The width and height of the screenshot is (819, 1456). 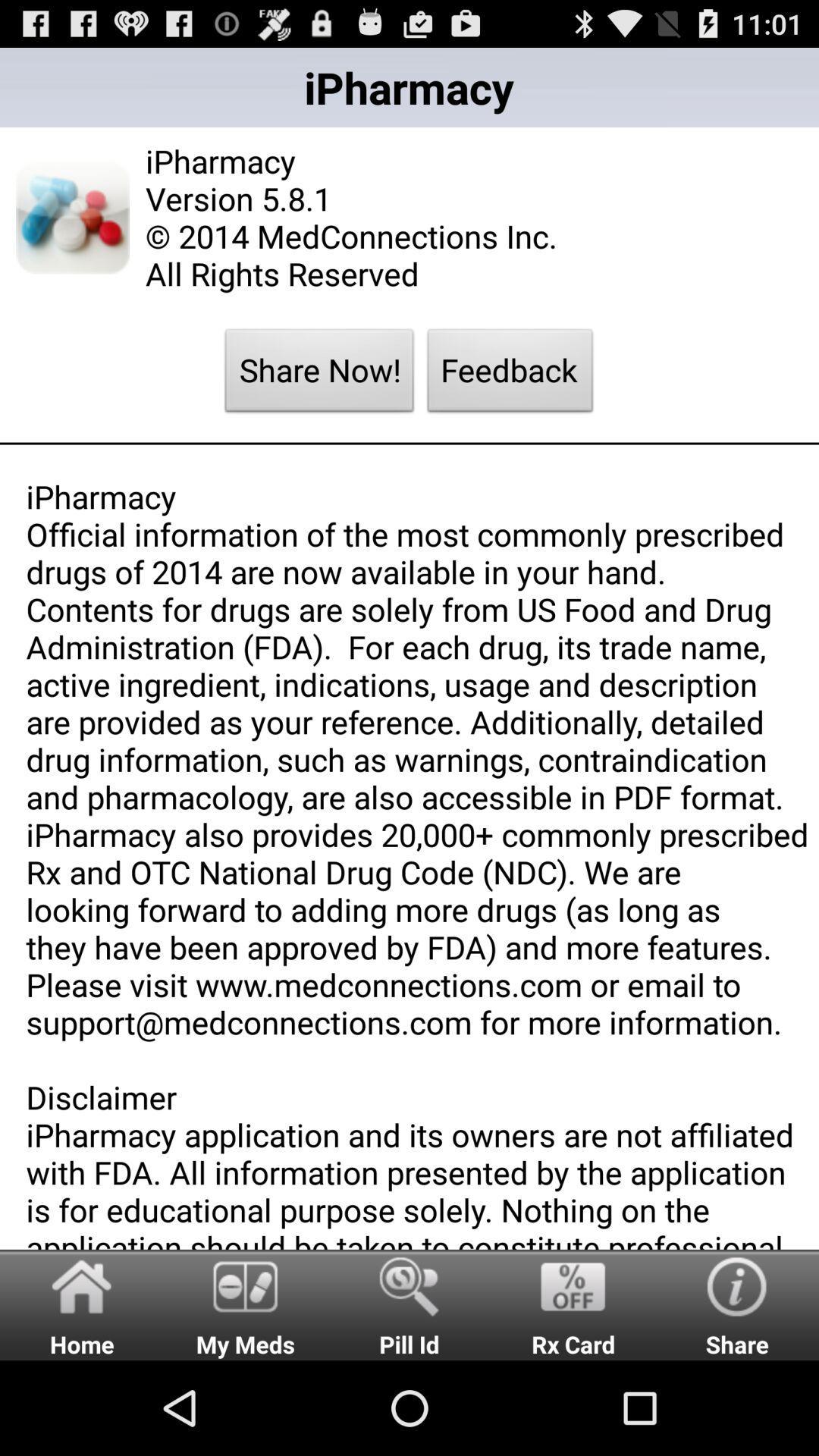 What do you see at coordinates (573, 1304) in the screenshot?
I see `the icon next to pill id item` at bounding box center [573, 1304].